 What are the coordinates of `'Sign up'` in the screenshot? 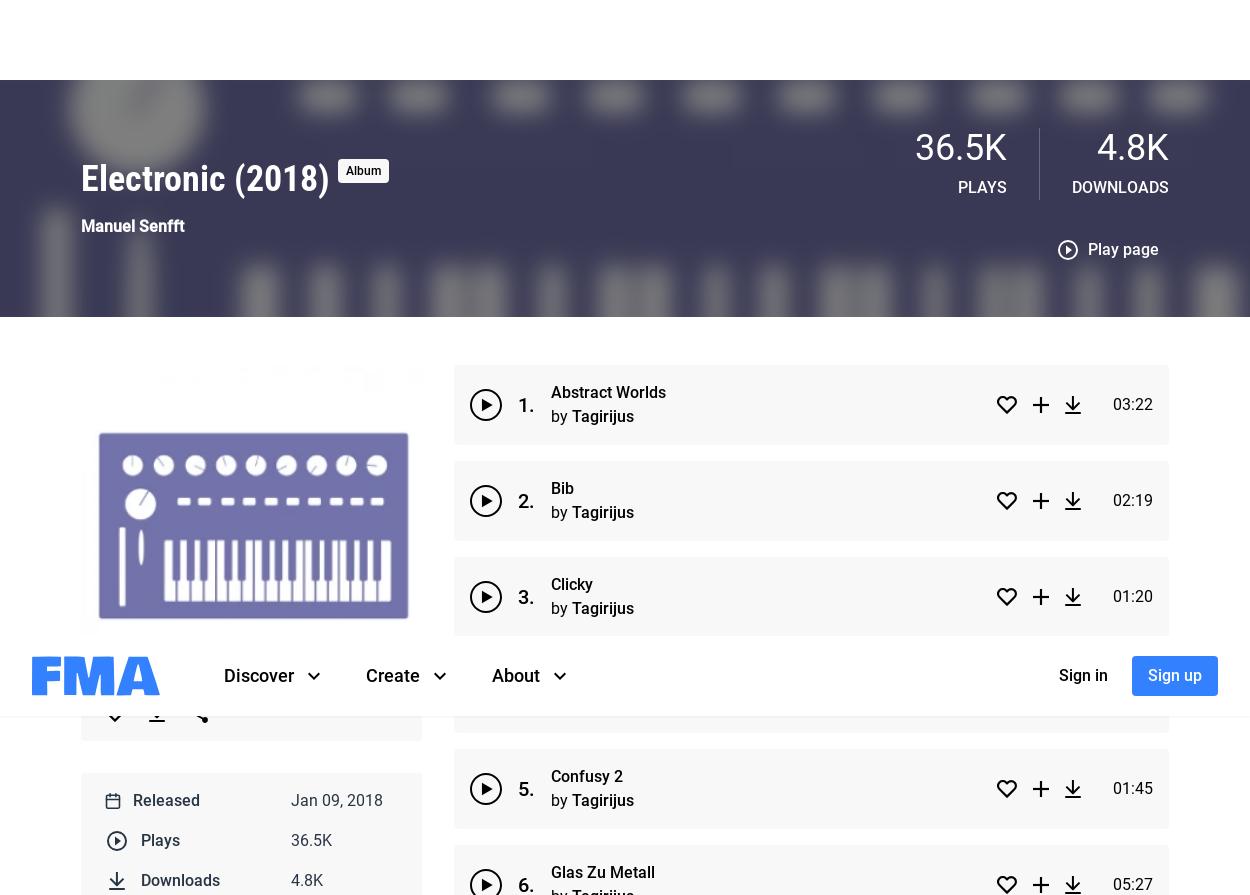 It's located at (1148, 39).